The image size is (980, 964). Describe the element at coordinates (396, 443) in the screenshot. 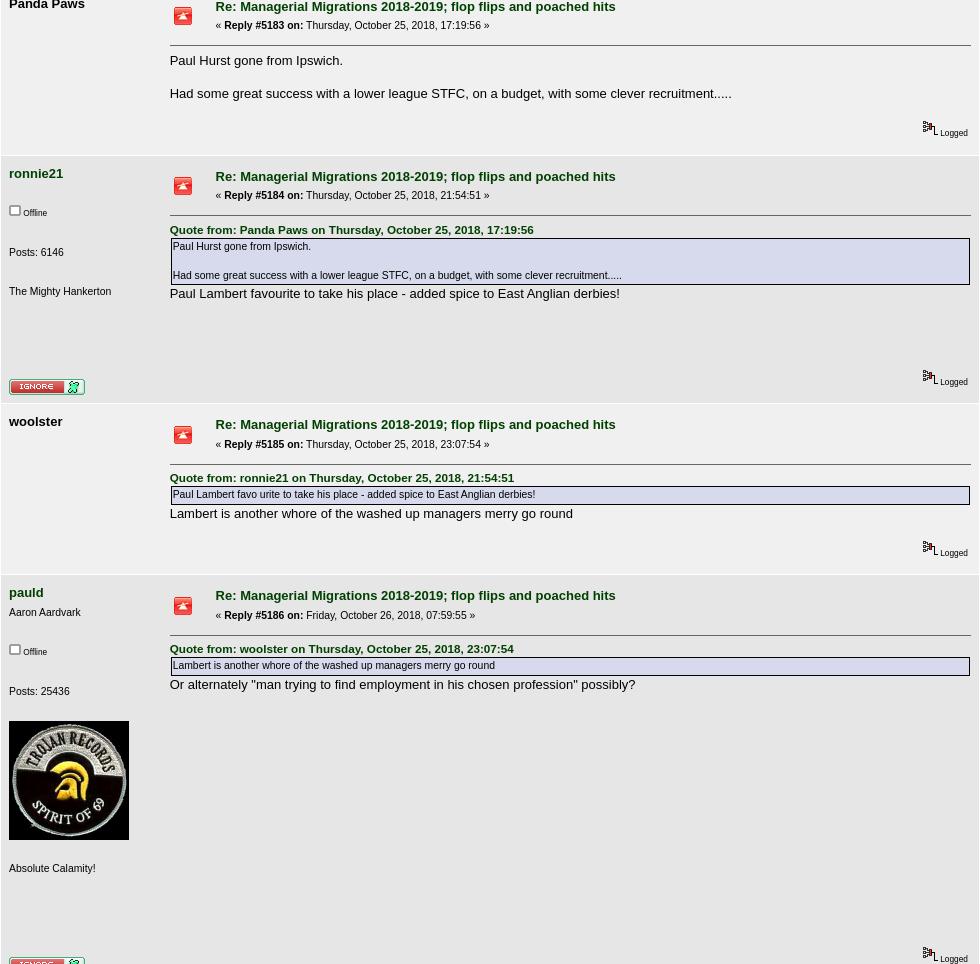

I see `'Thursday, October 25, 2018, 23:07:54 »'` at that location.